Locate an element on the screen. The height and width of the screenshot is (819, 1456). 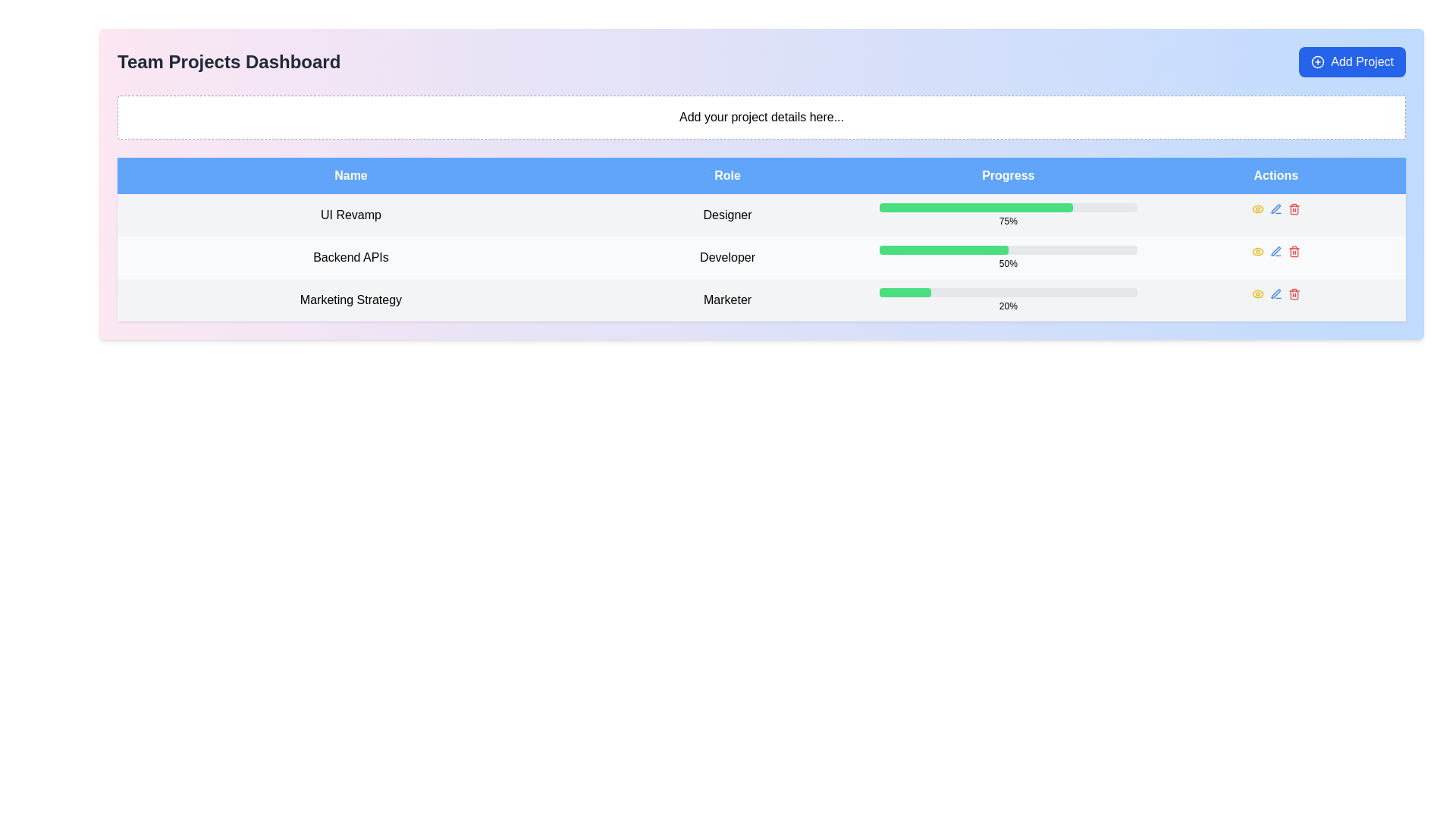
the icon button in the 'Actions' column of the third row to initiate editing for the 'Marketing Strategy' item is located at coordinates (1275, 294).